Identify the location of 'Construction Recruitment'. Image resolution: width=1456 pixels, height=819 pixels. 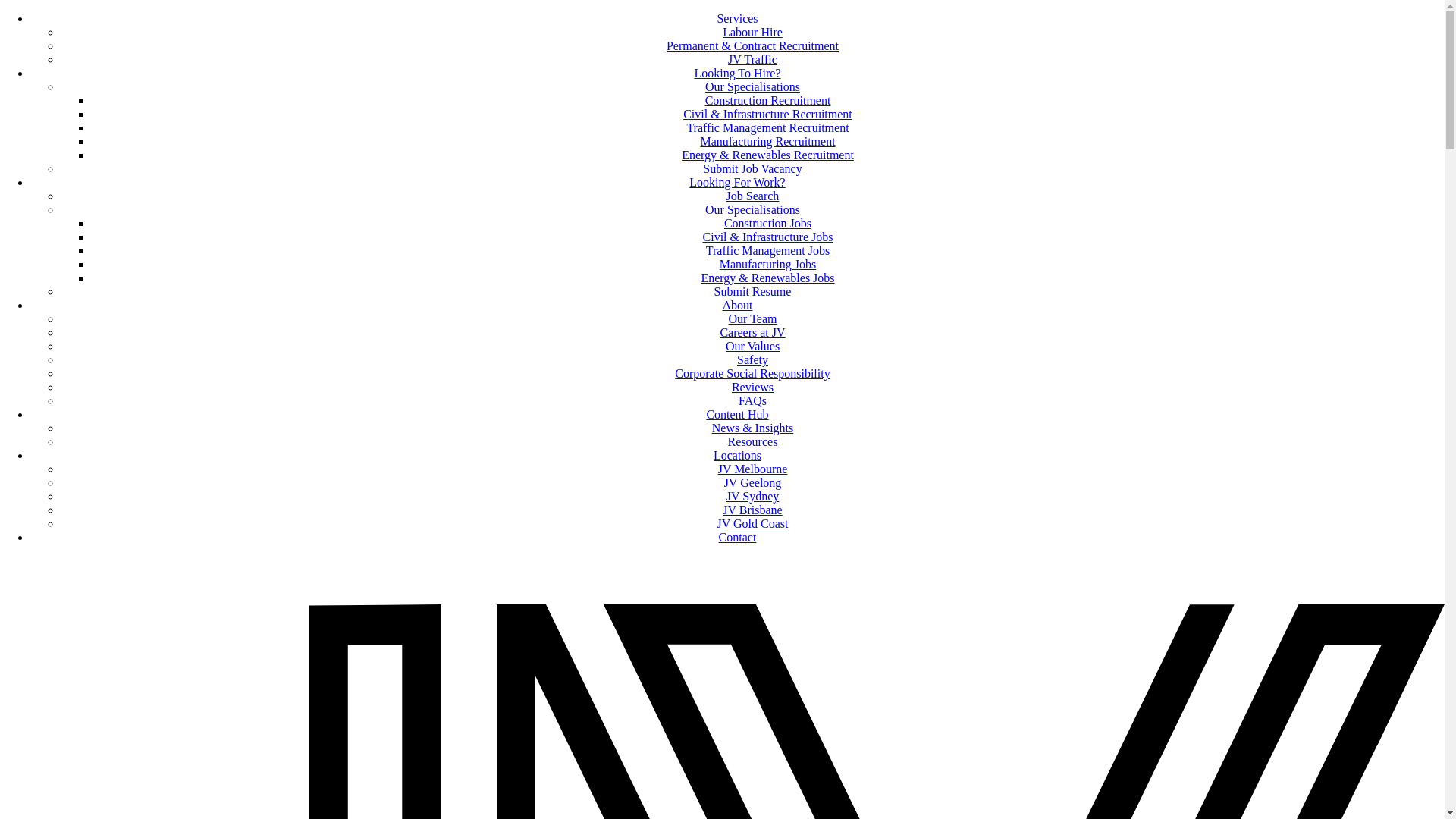
(767, 100).